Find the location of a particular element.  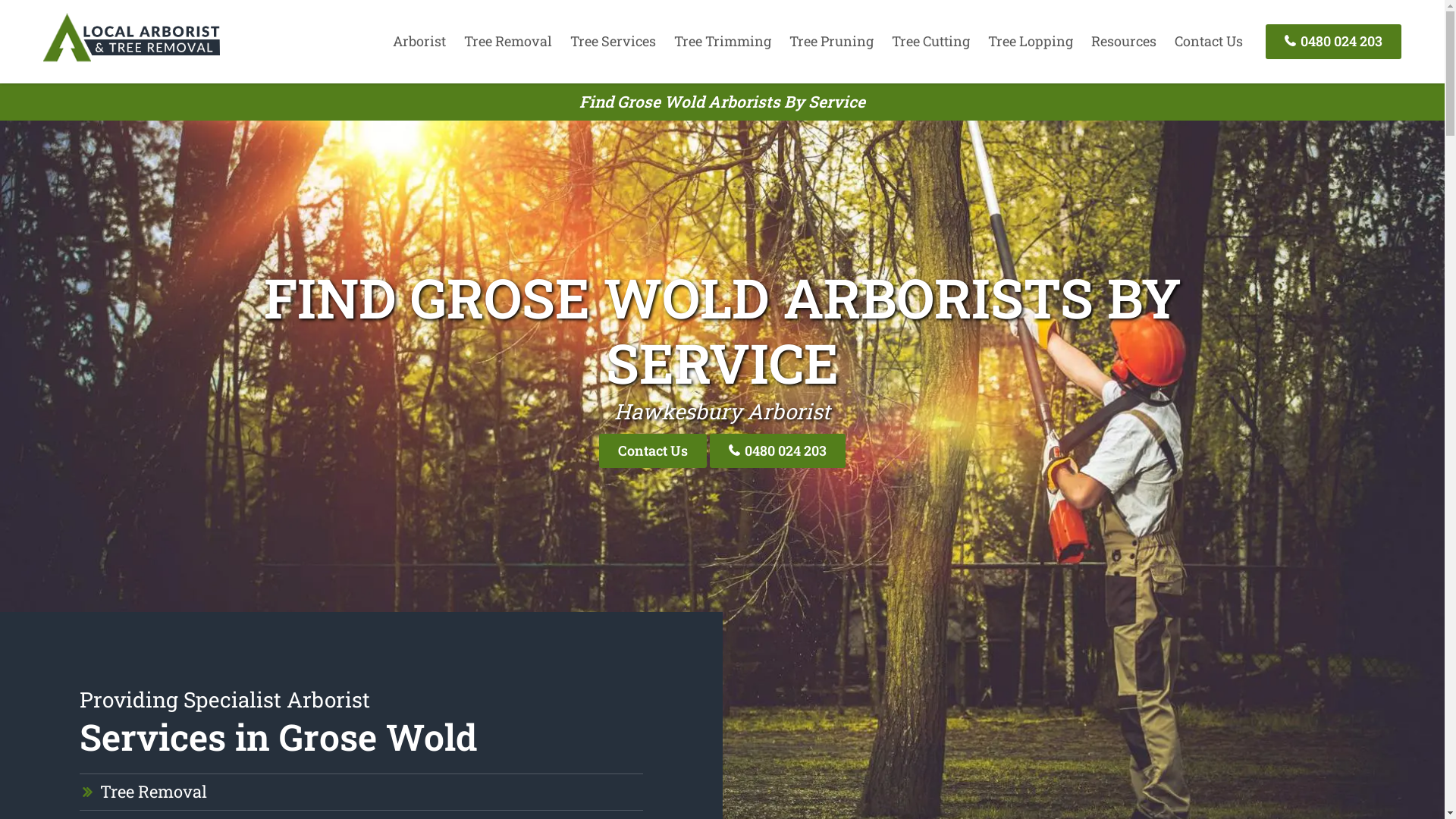

'Local Arborists & Tree Removal' is located at coordinates (43, 60).